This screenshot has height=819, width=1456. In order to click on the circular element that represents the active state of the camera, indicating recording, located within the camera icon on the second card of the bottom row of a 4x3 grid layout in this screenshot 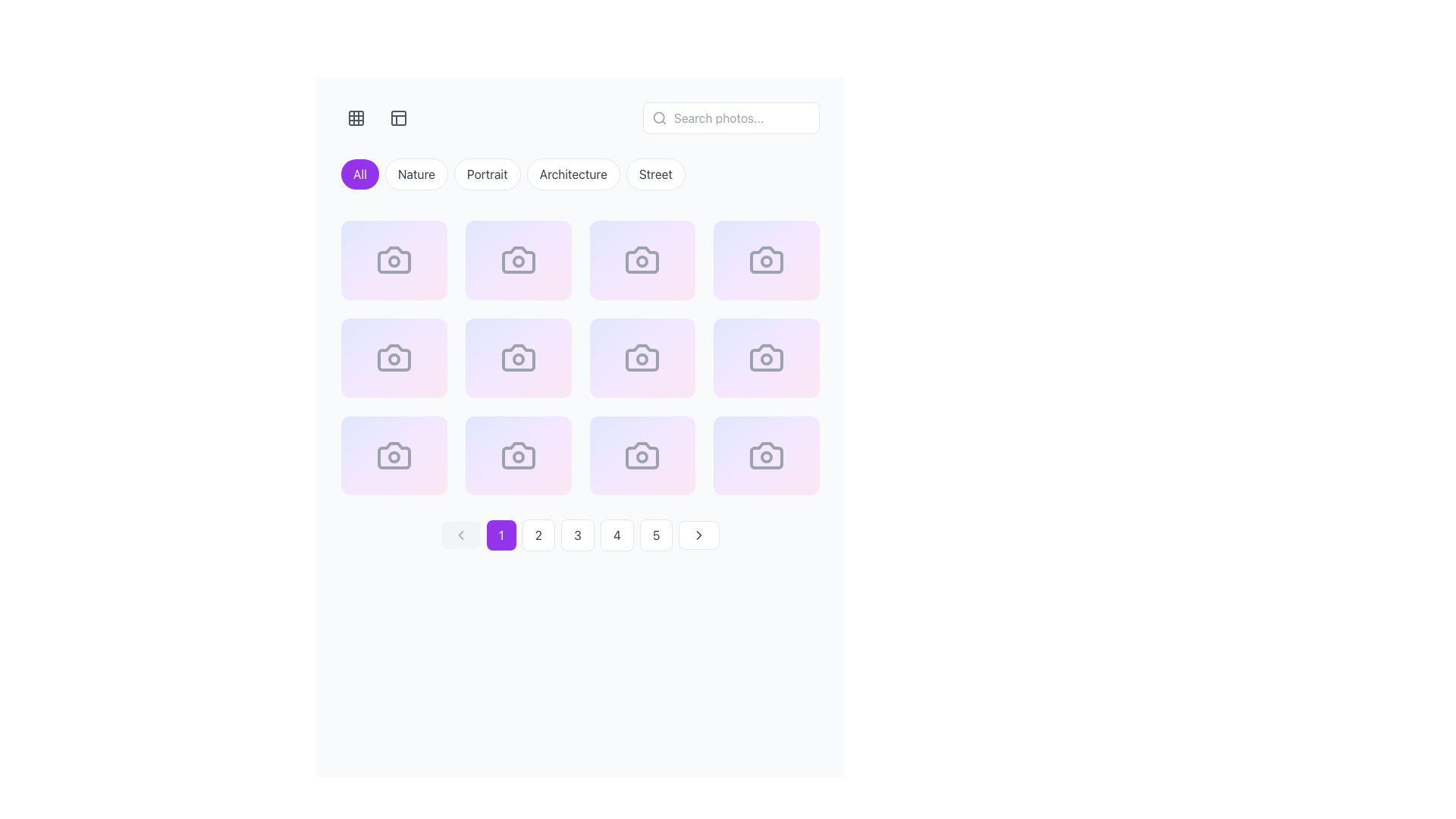, I will do `click(518, 457)`.